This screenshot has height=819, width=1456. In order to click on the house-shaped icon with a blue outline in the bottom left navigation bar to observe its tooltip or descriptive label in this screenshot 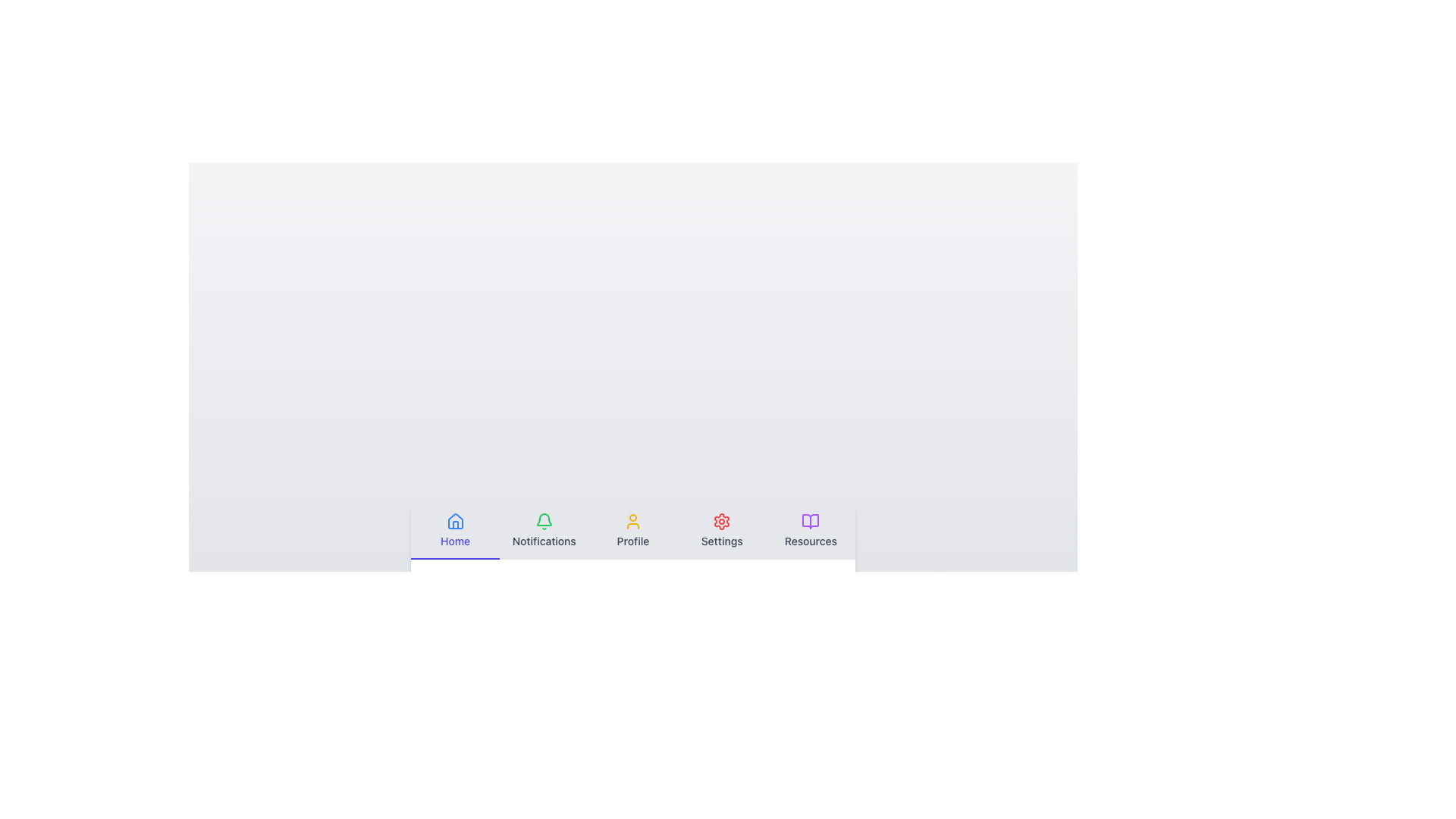, I will do `click(454, 520)`.